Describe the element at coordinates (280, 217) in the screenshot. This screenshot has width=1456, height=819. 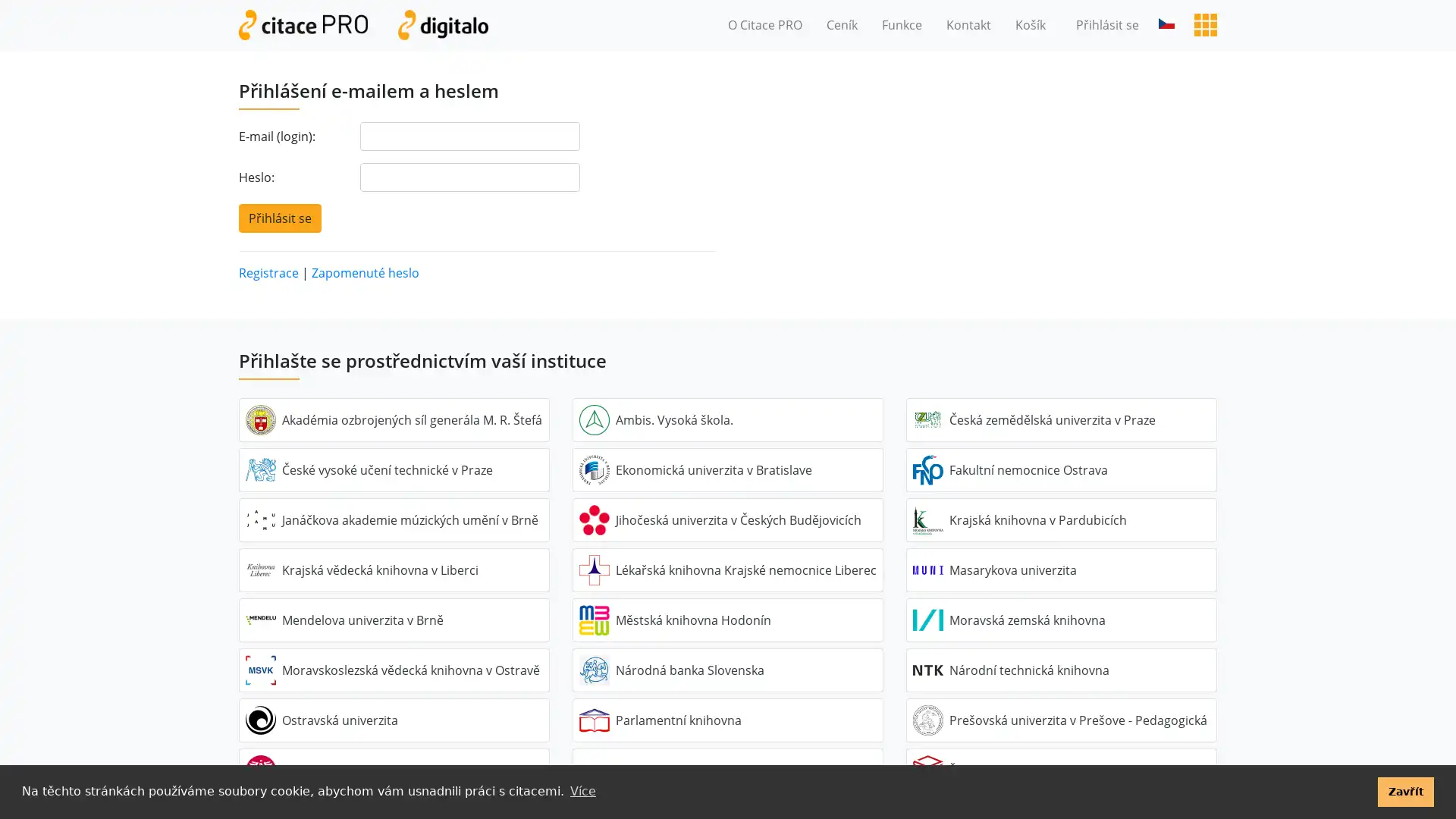
I see `Prihlasit se` at that location.